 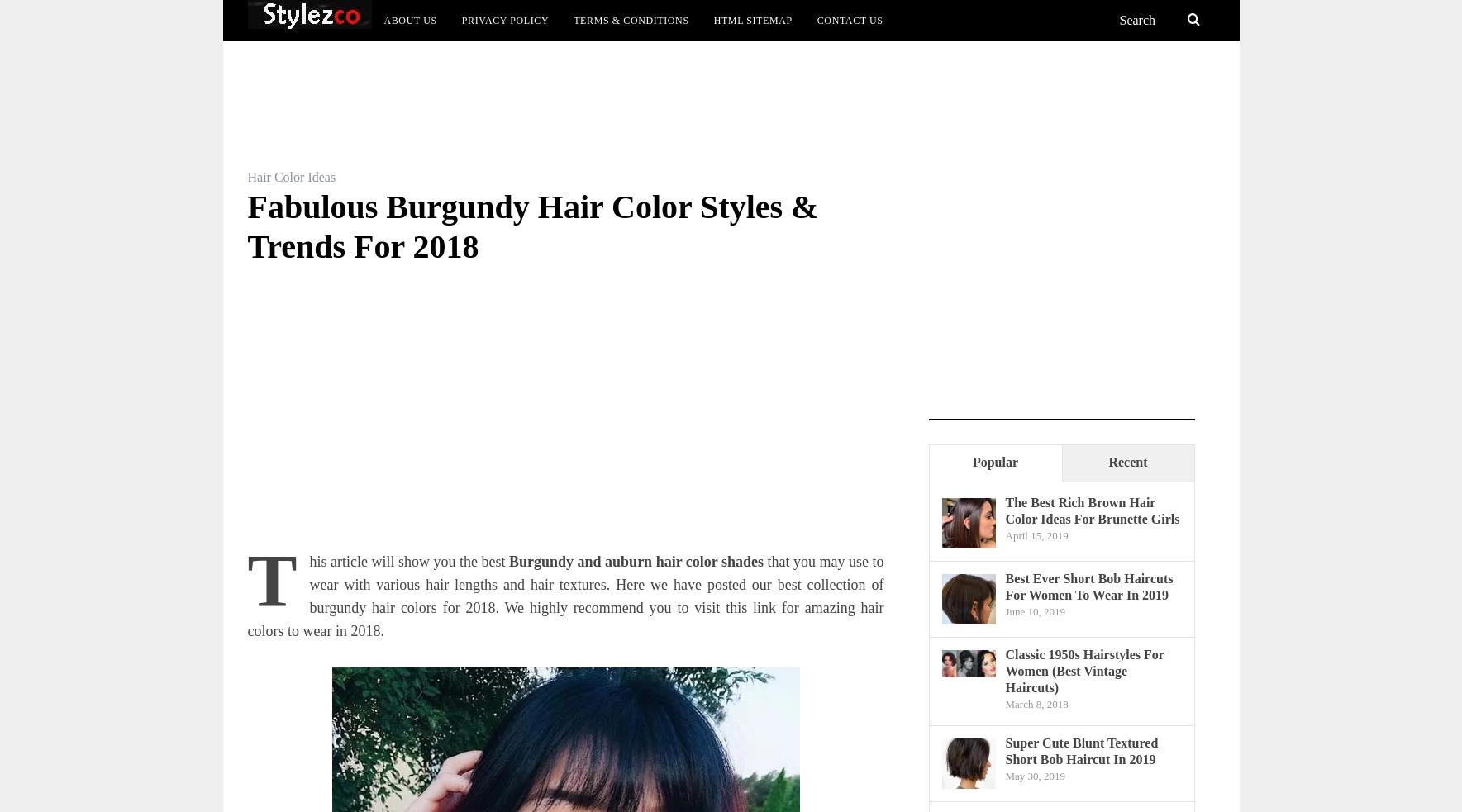 I want to click on 'Trends & Styles', so click(x=282, y=65).